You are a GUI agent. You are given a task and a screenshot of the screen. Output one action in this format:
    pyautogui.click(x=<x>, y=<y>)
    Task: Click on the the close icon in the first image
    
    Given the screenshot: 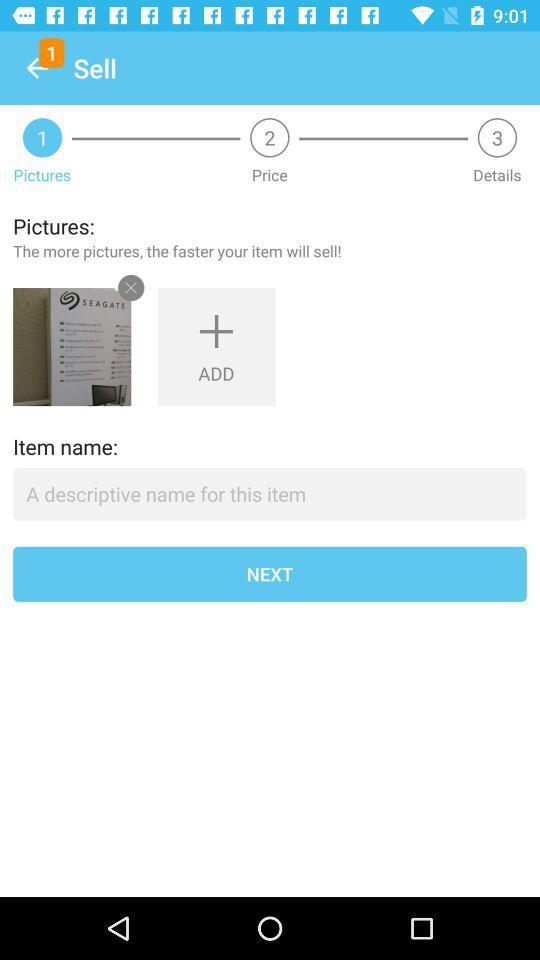 What is the action you would take?
    pyautogui.click(x=131, y=287)
    